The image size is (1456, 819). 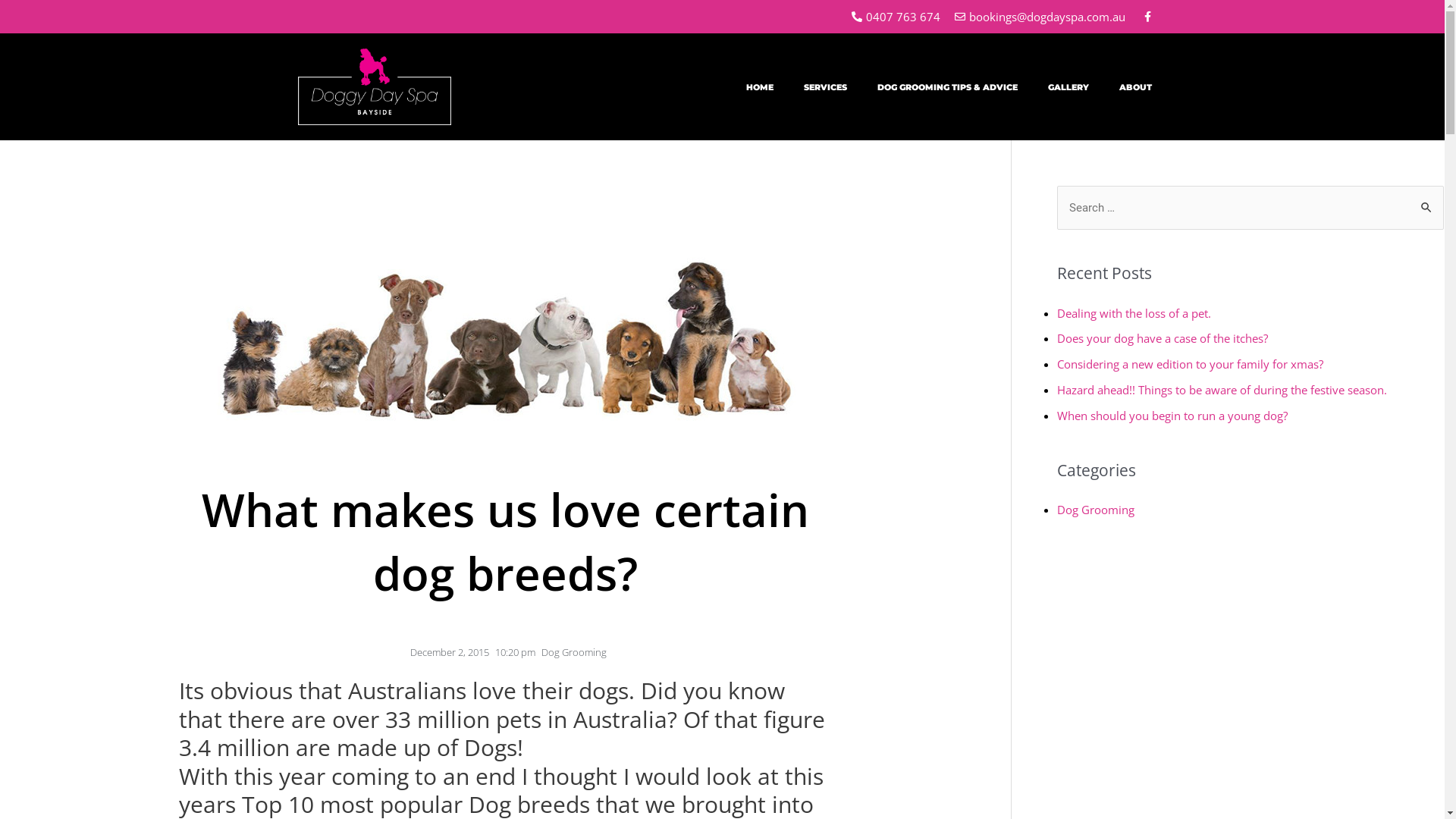 What do you see at coordinates (1426, 200) in the screenshot?
I see `'Search'` at bounding box center [1426, 200].